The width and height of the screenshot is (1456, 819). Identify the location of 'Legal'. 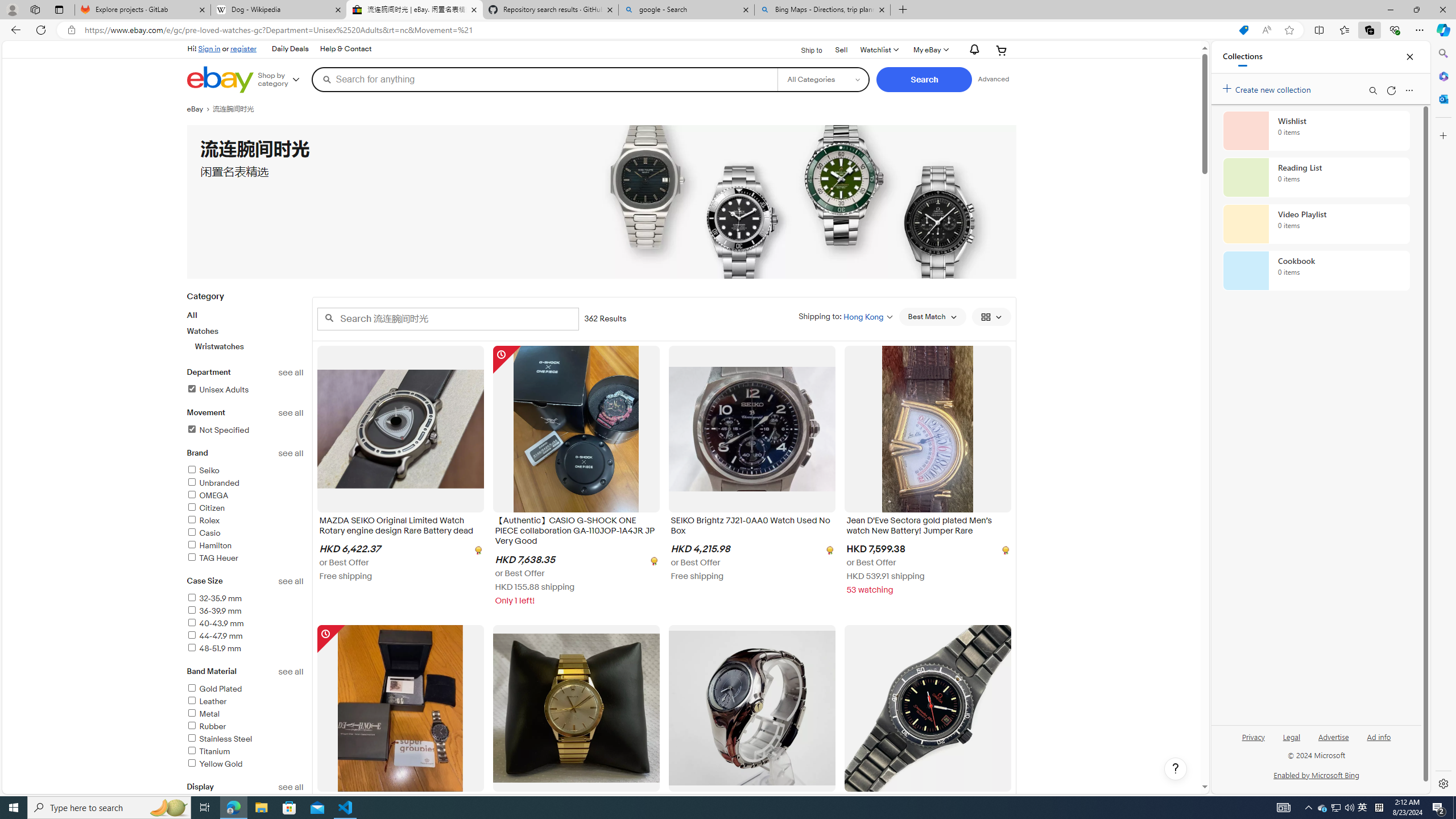
(1291, 736).